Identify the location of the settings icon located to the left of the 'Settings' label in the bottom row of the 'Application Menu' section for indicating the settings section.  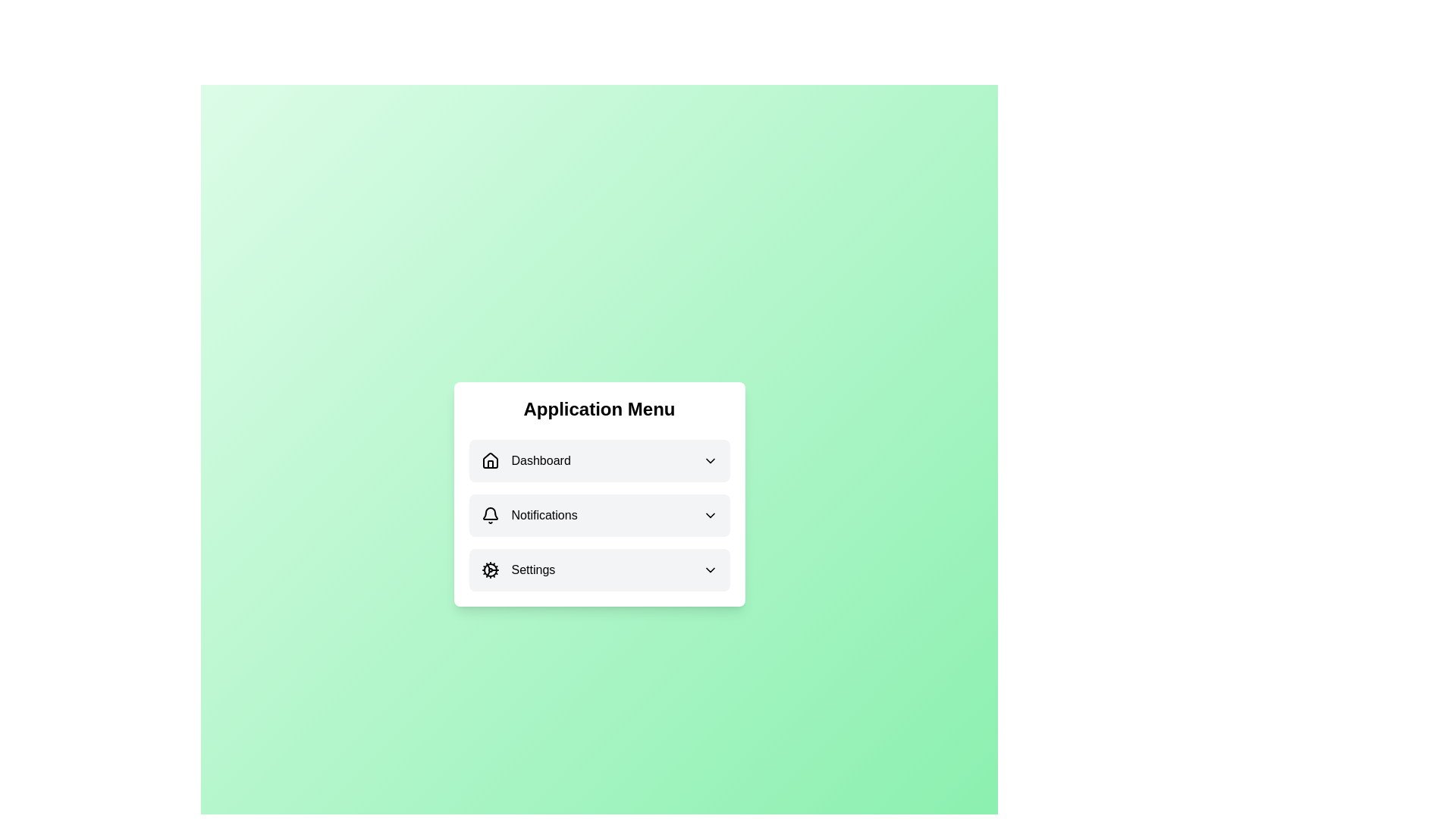
(490, 570).